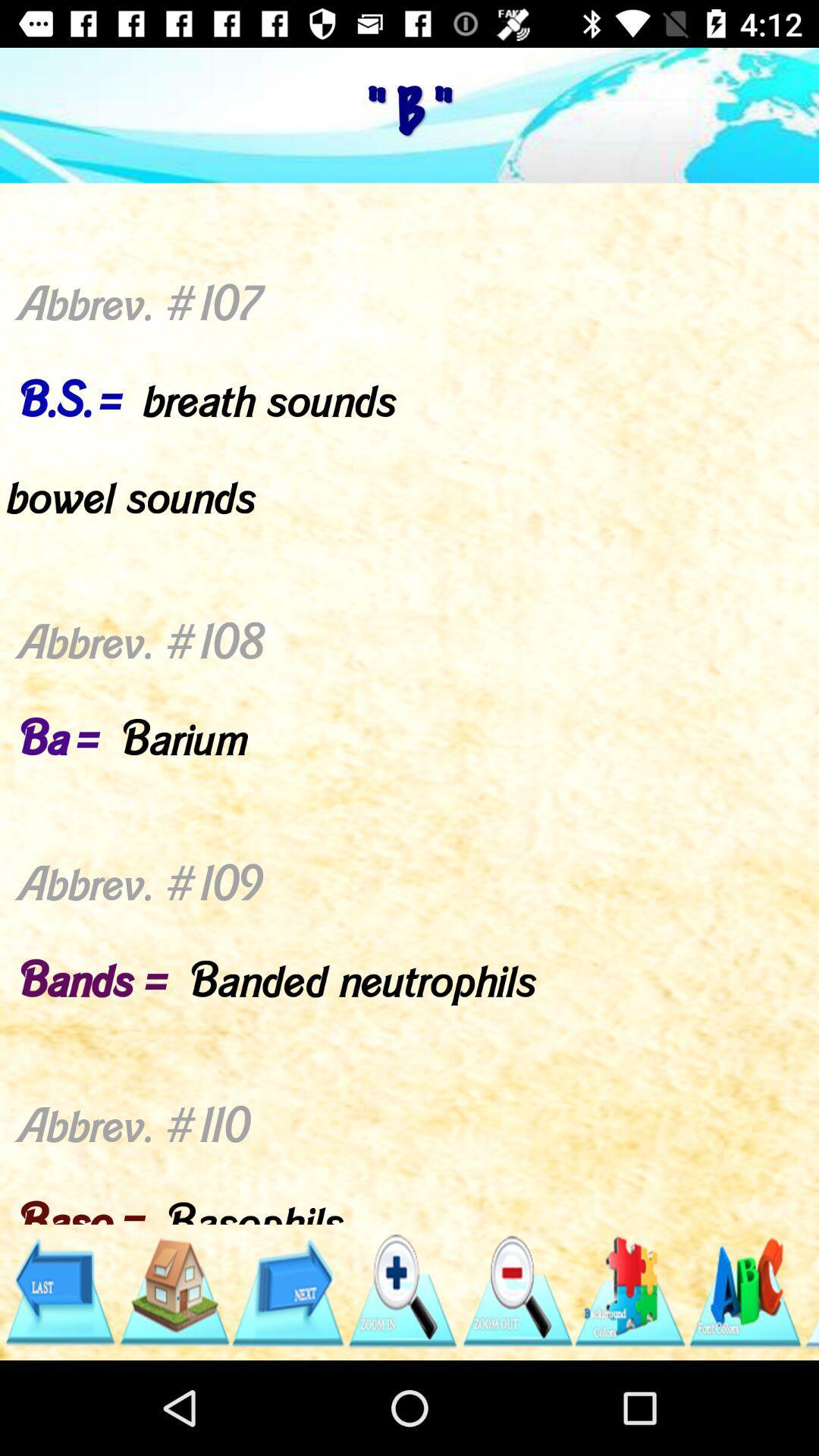  I want to click on the arrow_forward icon, so click(287, 1291).